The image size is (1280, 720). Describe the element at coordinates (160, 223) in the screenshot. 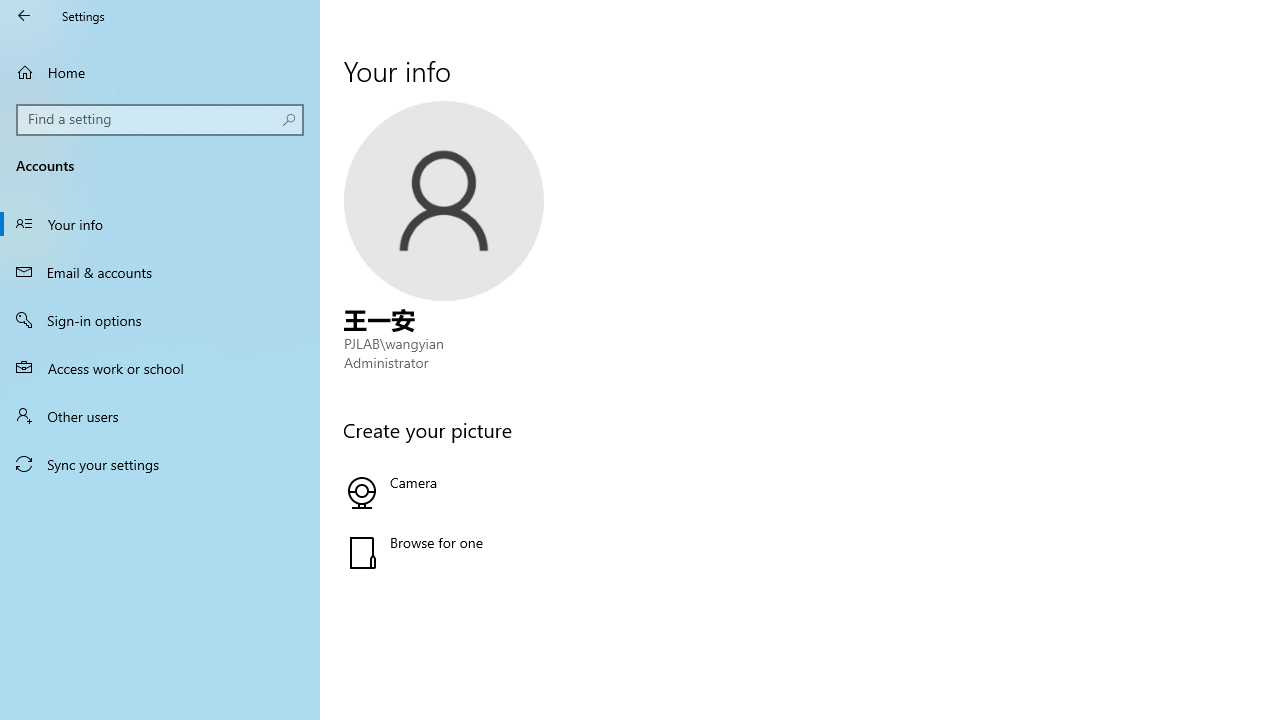

I see `'Your info'` at that location.